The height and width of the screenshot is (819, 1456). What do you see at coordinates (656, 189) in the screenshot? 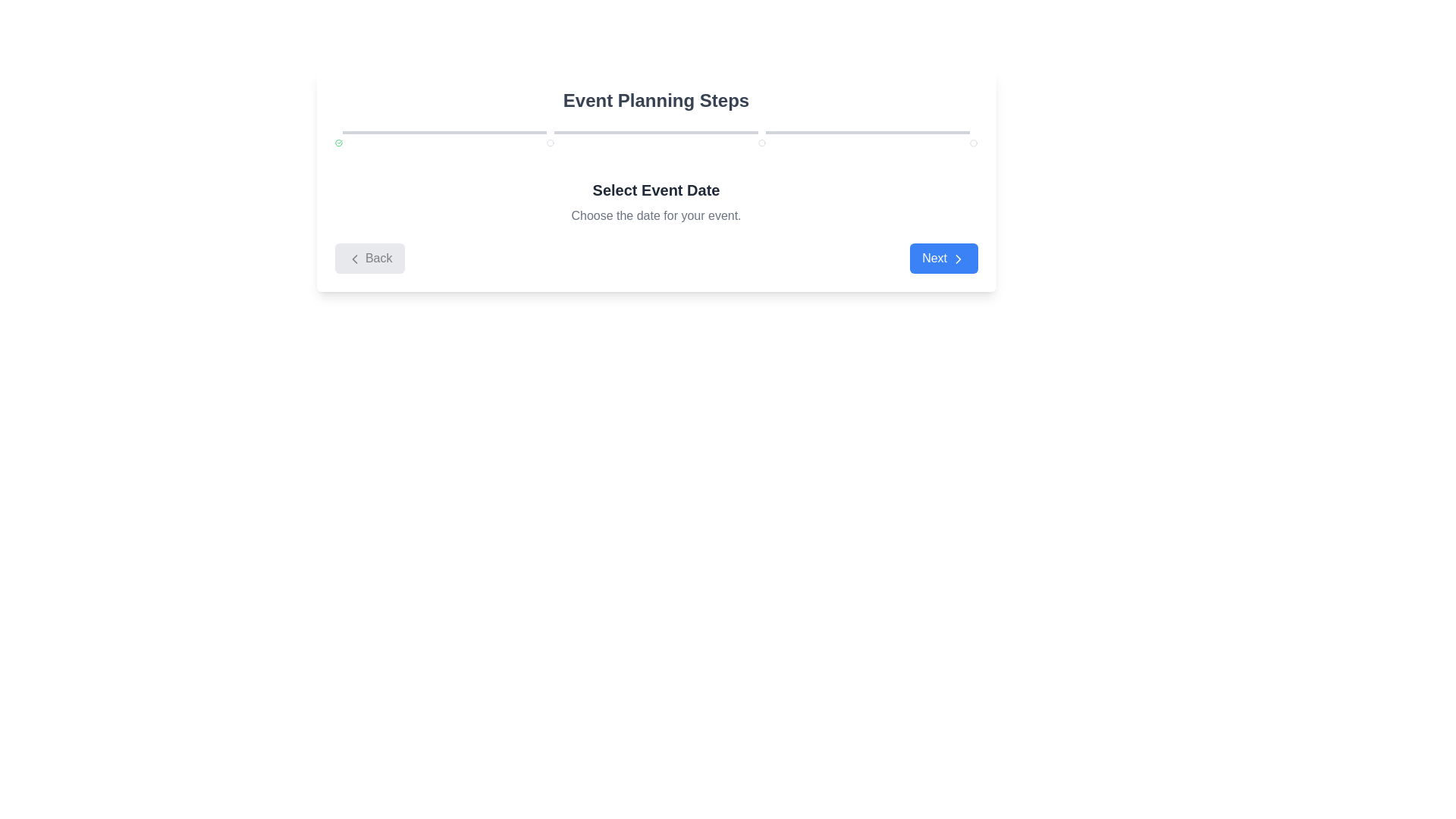
I see `the static text label that displays 'Select Event Date' in bold, extra-large dark gray font, prominently positioned above the descriptive text` at bounding box center [656, 189].